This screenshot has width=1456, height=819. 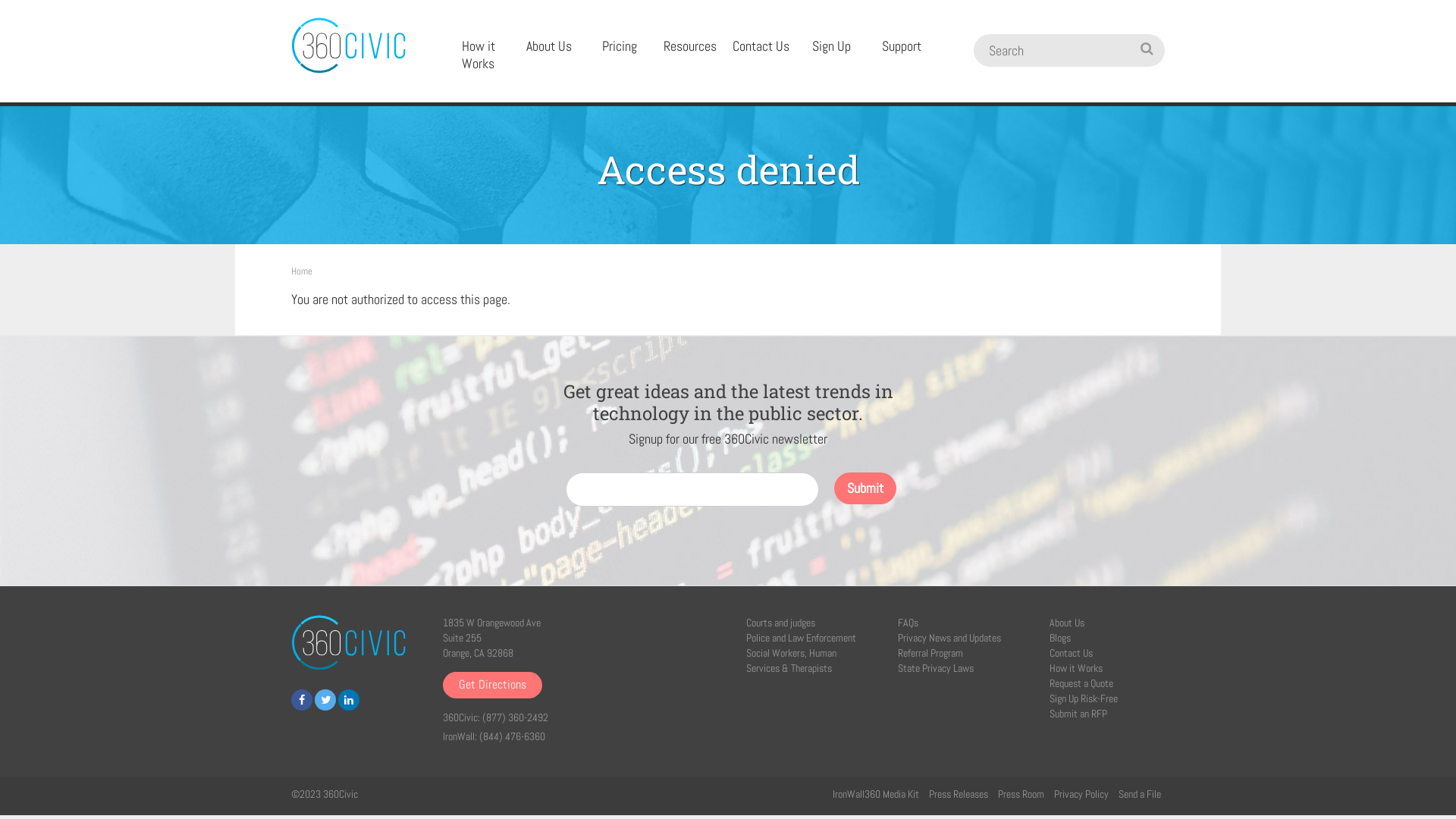 I want to click on 'Support', so click(x=902, y=45).